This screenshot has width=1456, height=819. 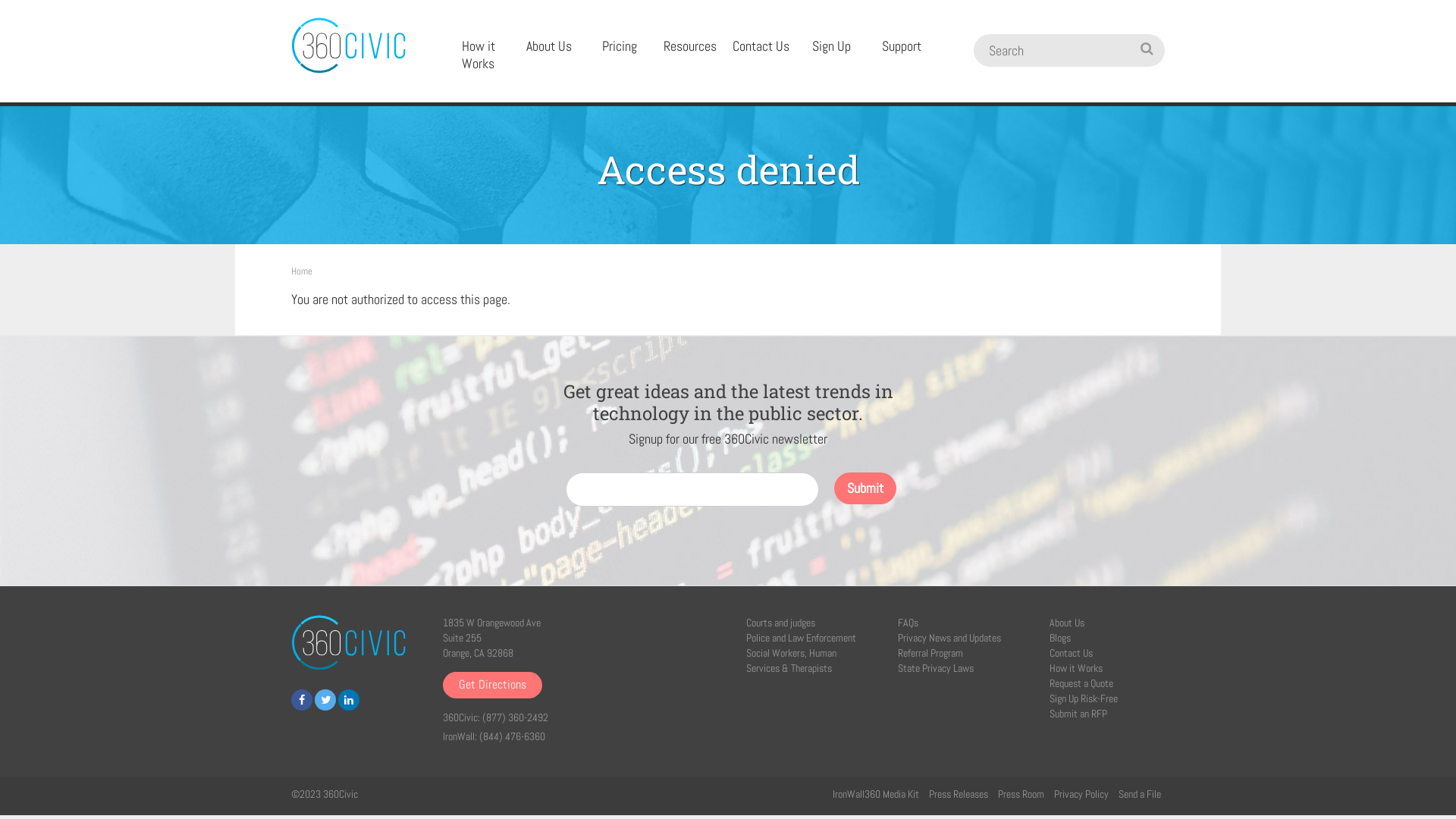 I want to click on 'Support', so click(x=902, y=45).